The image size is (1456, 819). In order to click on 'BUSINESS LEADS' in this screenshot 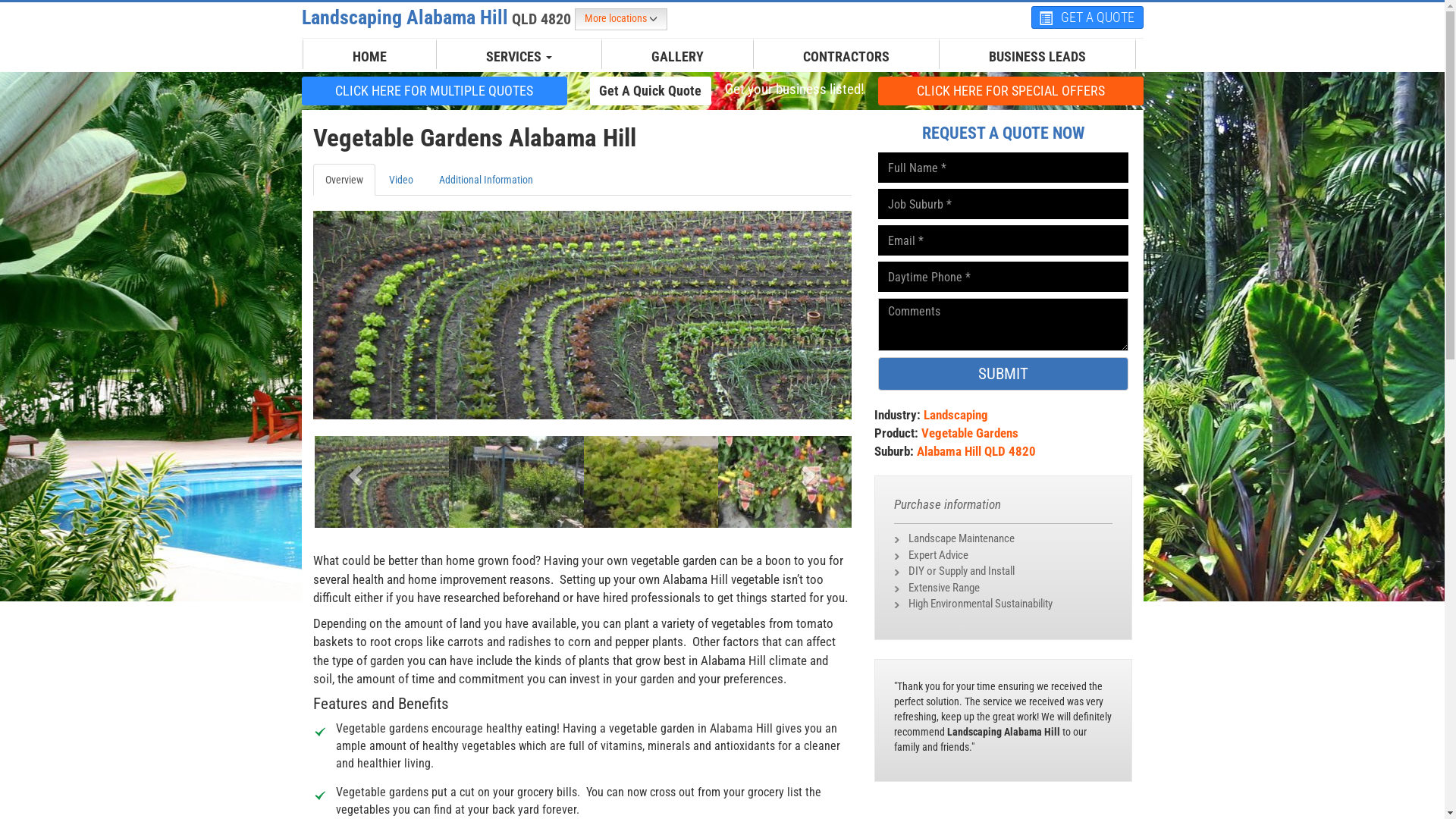, I will do `click(1036, 55)`.